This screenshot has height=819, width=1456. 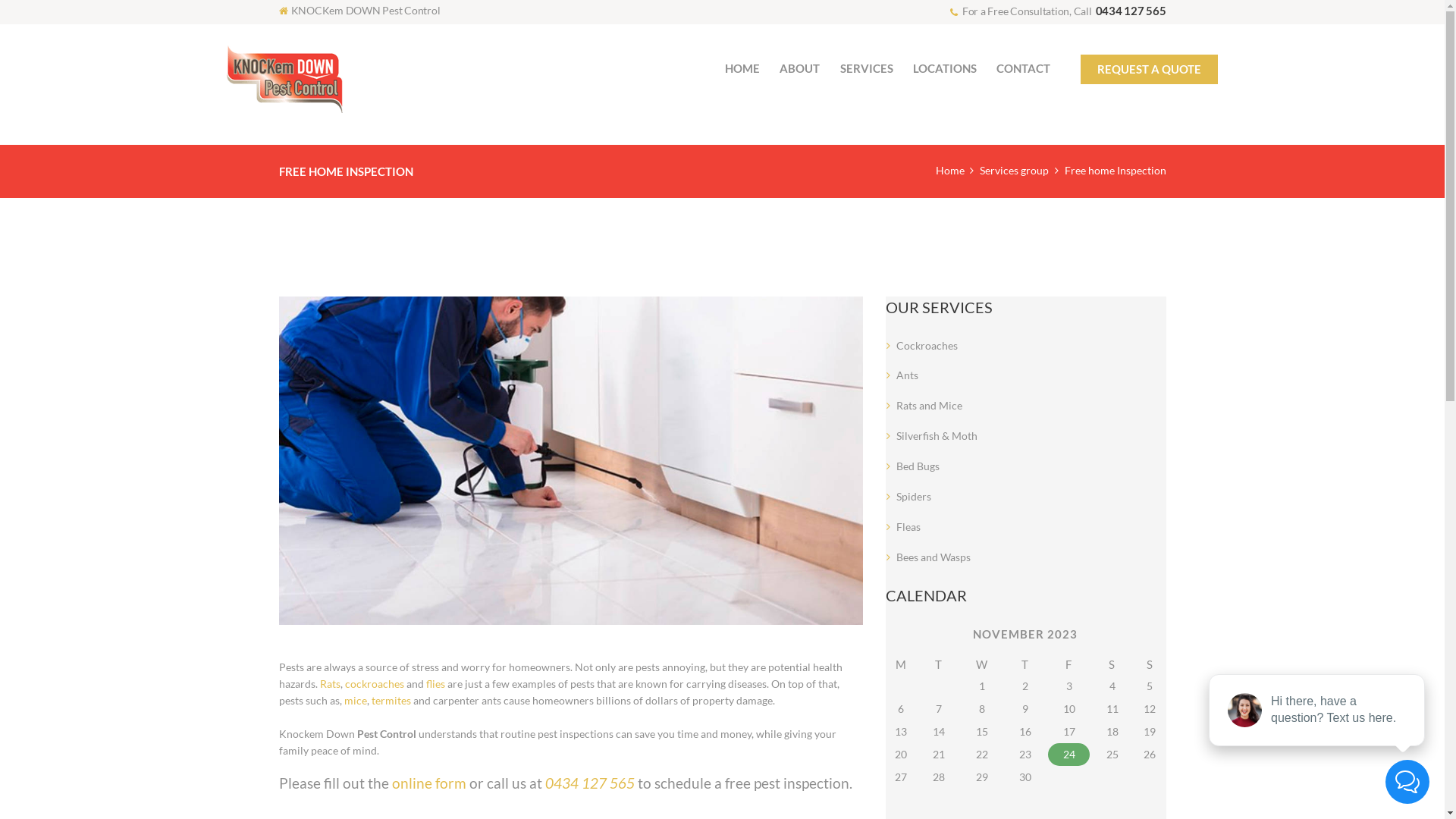 I want to click on 'Rats', so click(x=329, y=683).